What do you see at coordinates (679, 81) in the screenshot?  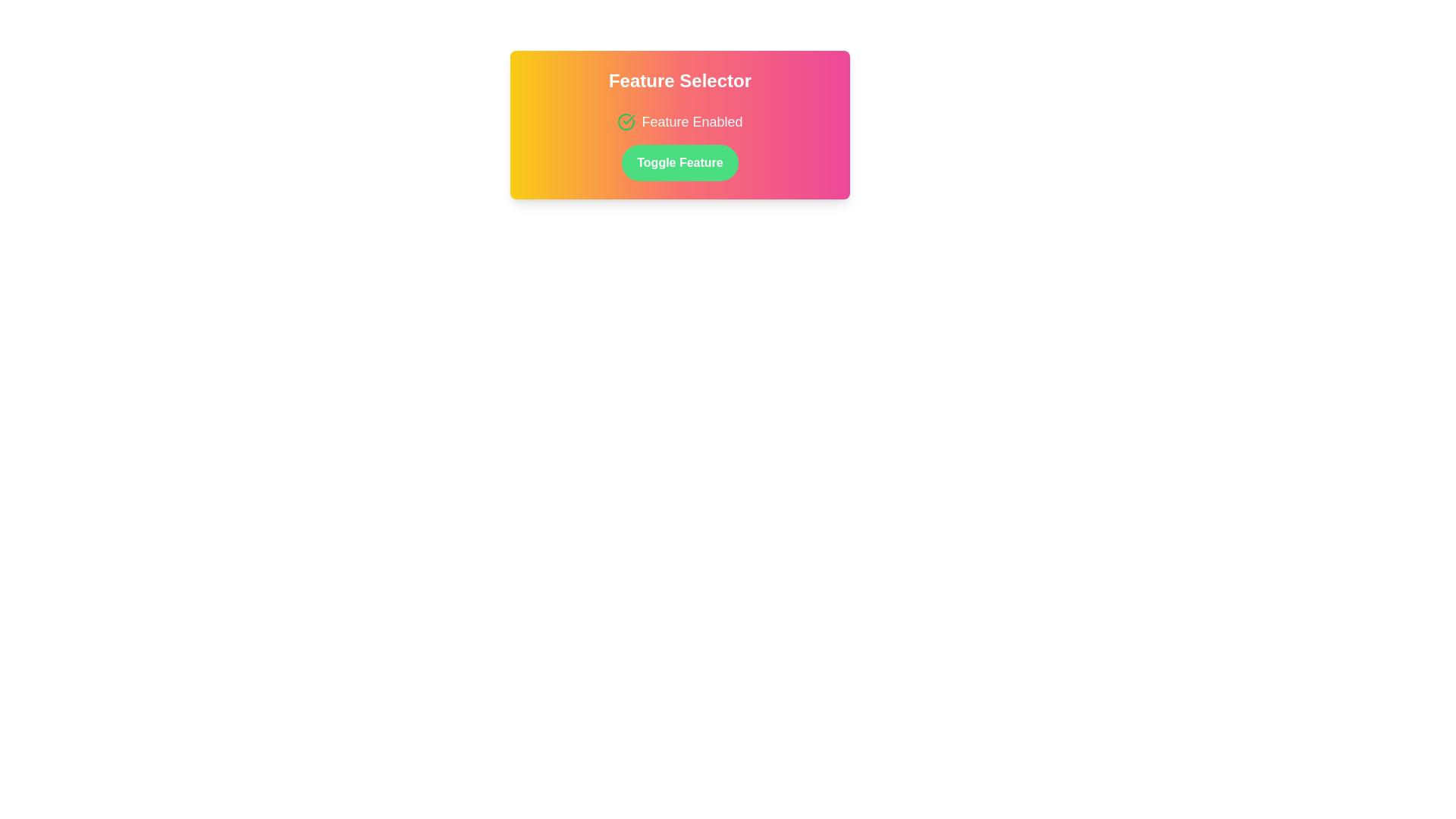 I see `the 'Feature Selector' text label, which displays the text in a bold, white font, centered against a vibrant gradient background from yellow to pink` at bounding box center [679, 81].